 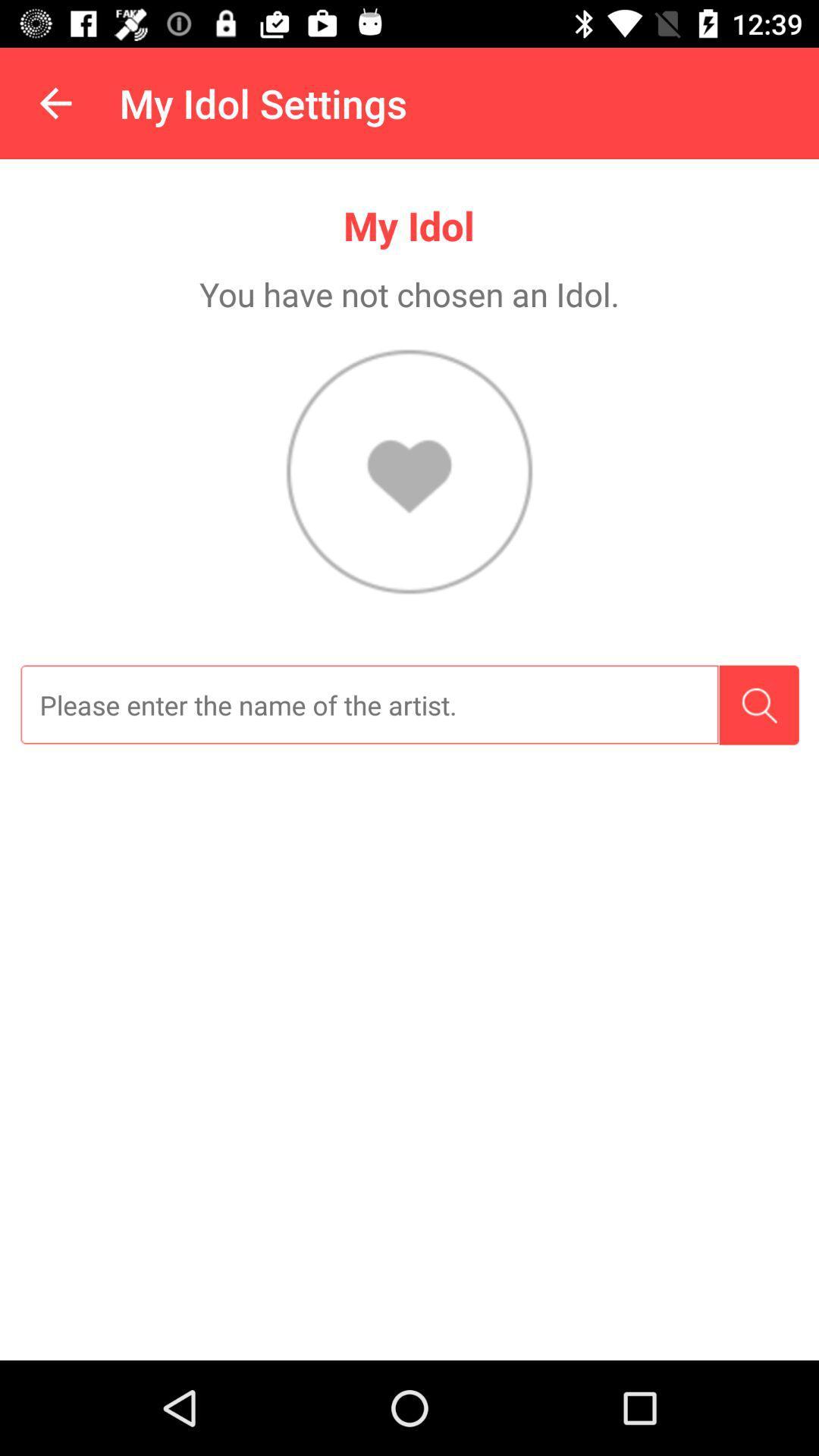 I want to click on search for something, so click(x=759, y=704).